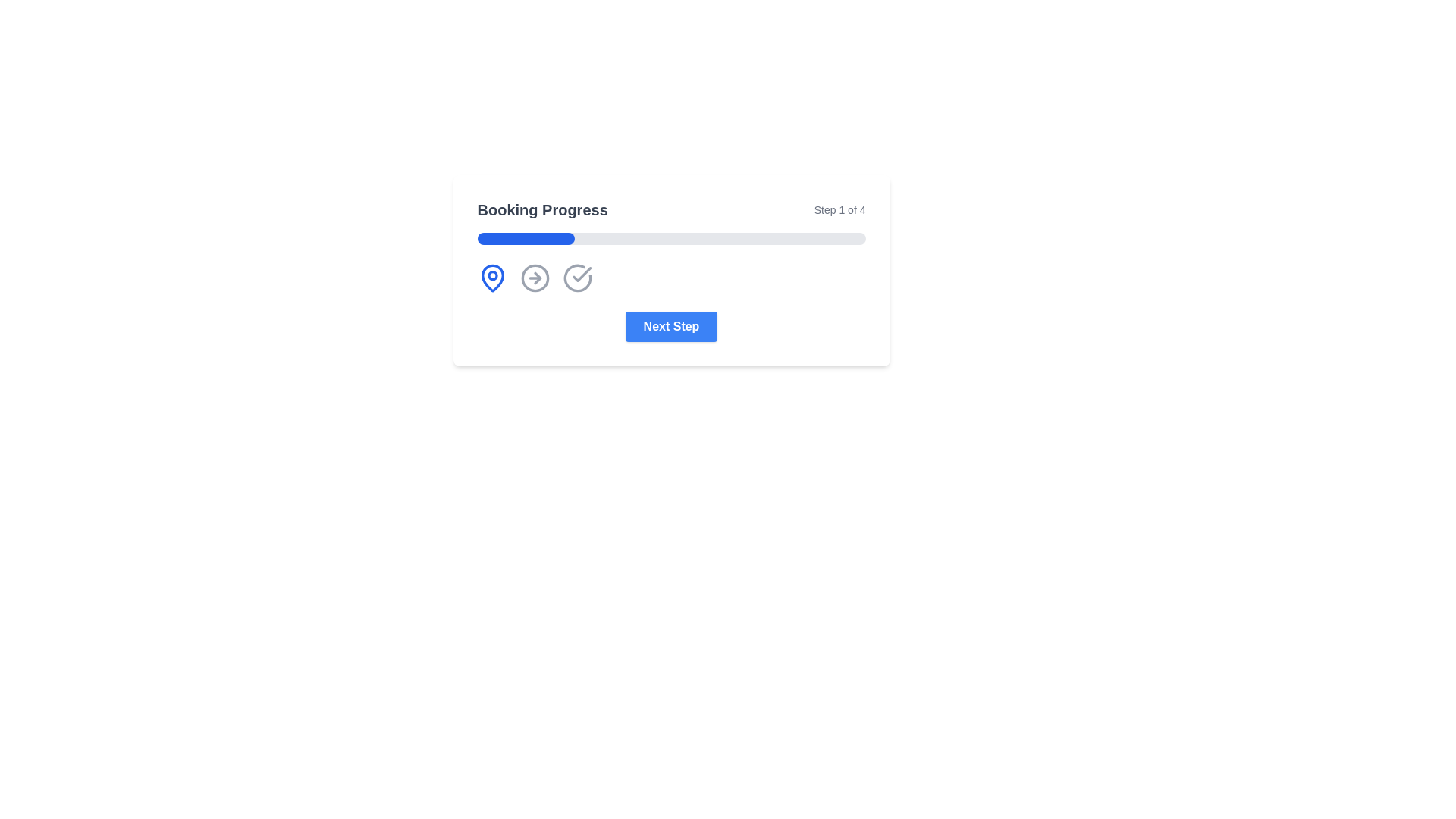  What do you see at coordinates (535, 278) in the screenshot?
I see `the rightwards arrow icon, which is the second icon in a row of three, positioned below the 'Booking Progress' bar` at bounding box center [535, 278].